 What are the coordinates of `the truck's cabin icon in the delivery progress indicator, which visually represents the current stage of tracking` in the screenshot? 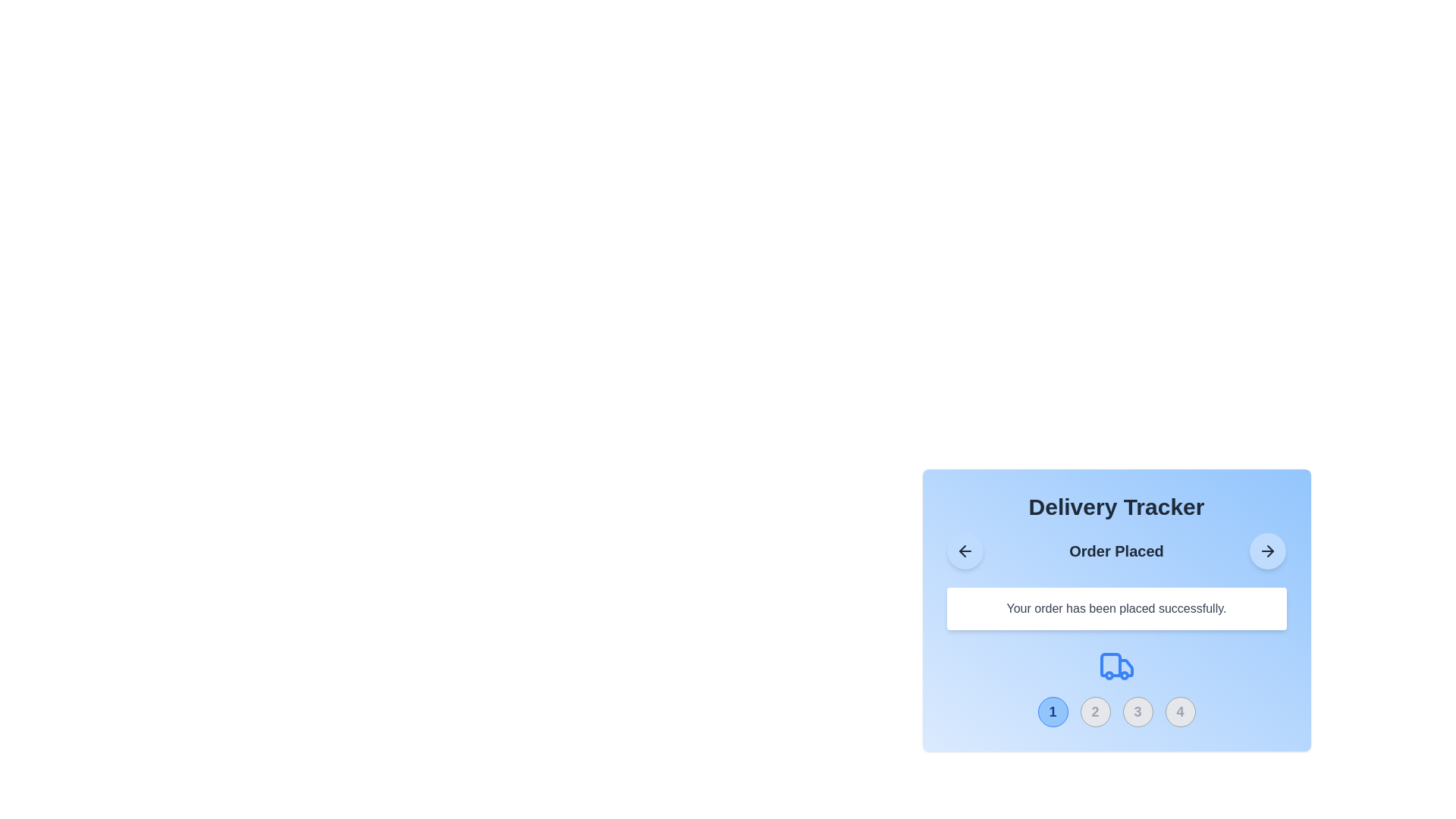 It's located at (1110, 664).